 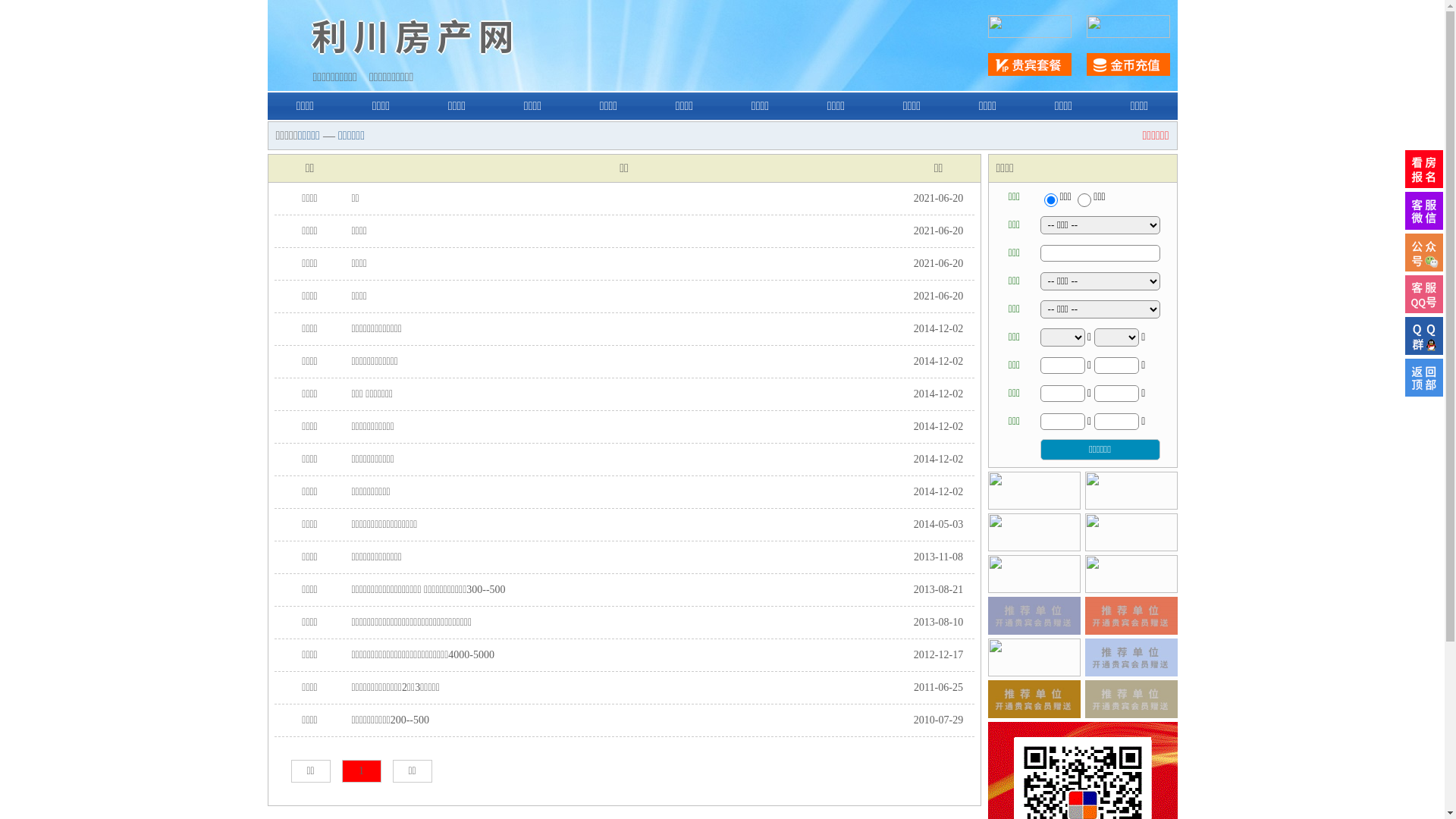 What do you see at coordinates (359, 771) in the screenshot?
I see `'1'` at bounding box center [359, 771].